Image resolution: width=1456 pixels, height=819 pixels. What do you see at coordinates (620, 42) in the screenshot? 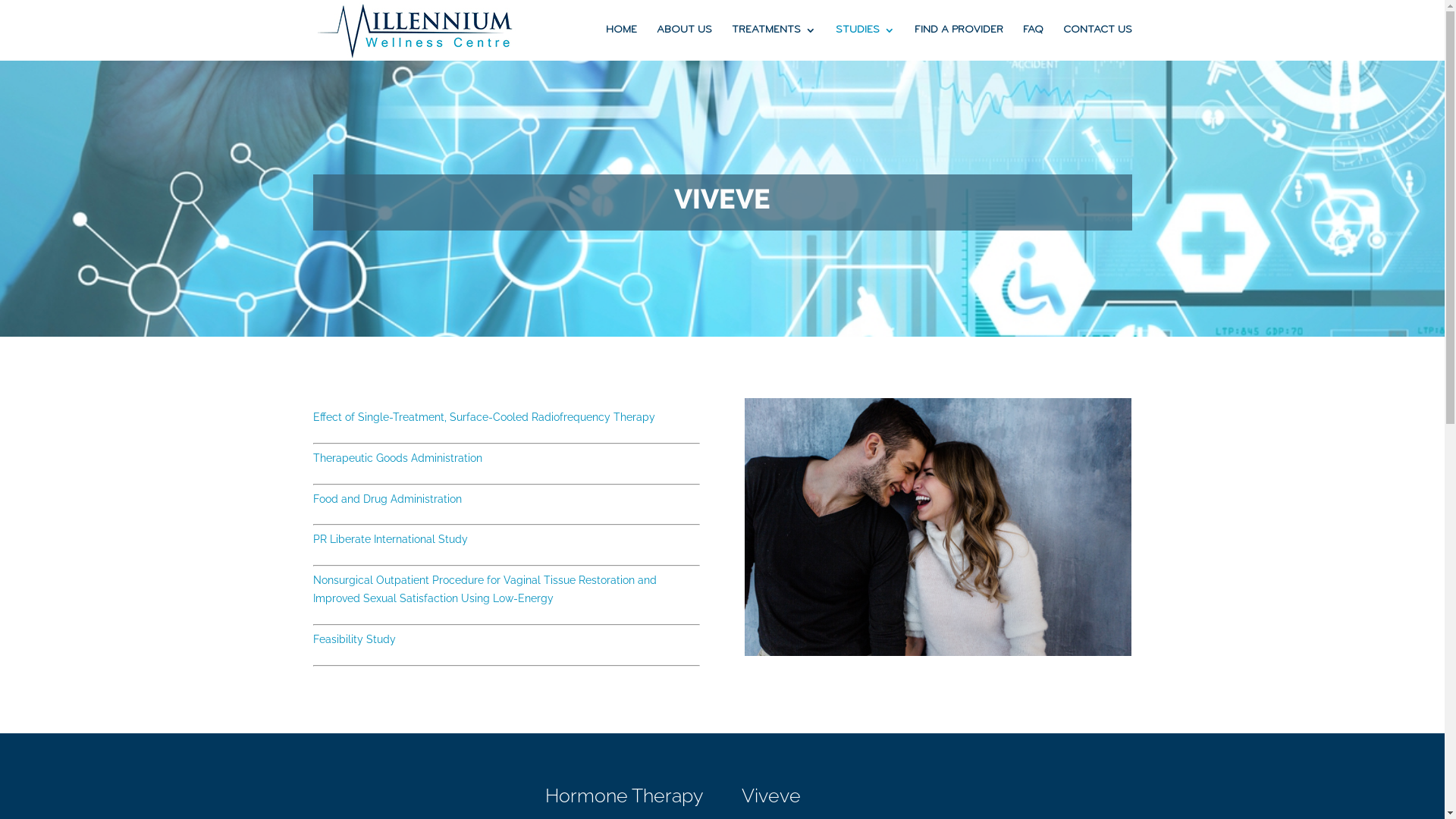
I see `'HOME'` at bounding box center [620, 42].